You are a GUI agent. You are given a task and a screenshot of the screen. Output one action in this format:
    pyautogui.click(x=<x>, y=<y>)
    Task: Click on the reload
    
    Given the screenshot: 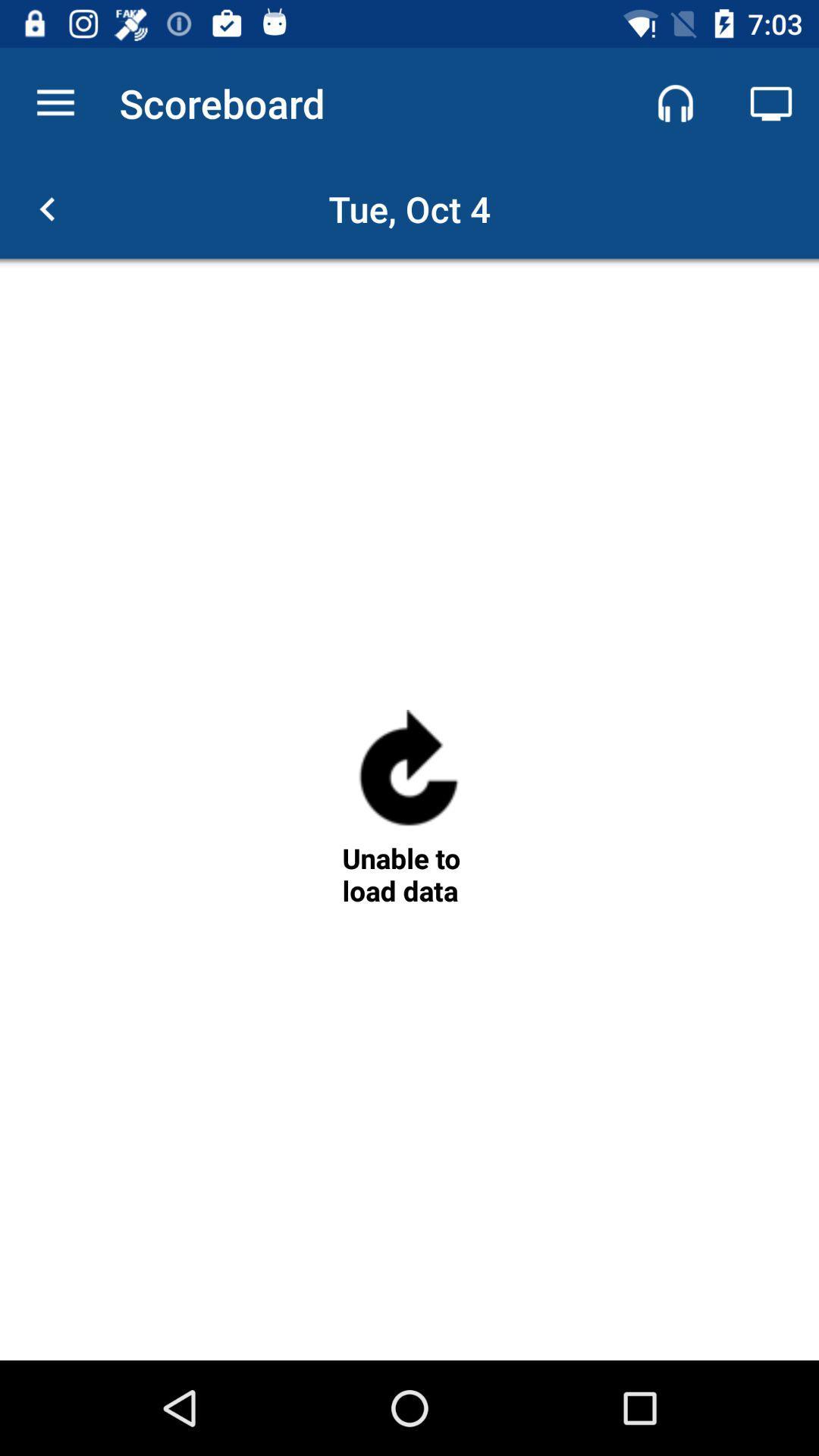 What is the action you would take?
    pyautogui.click(x=408, y=774)
    